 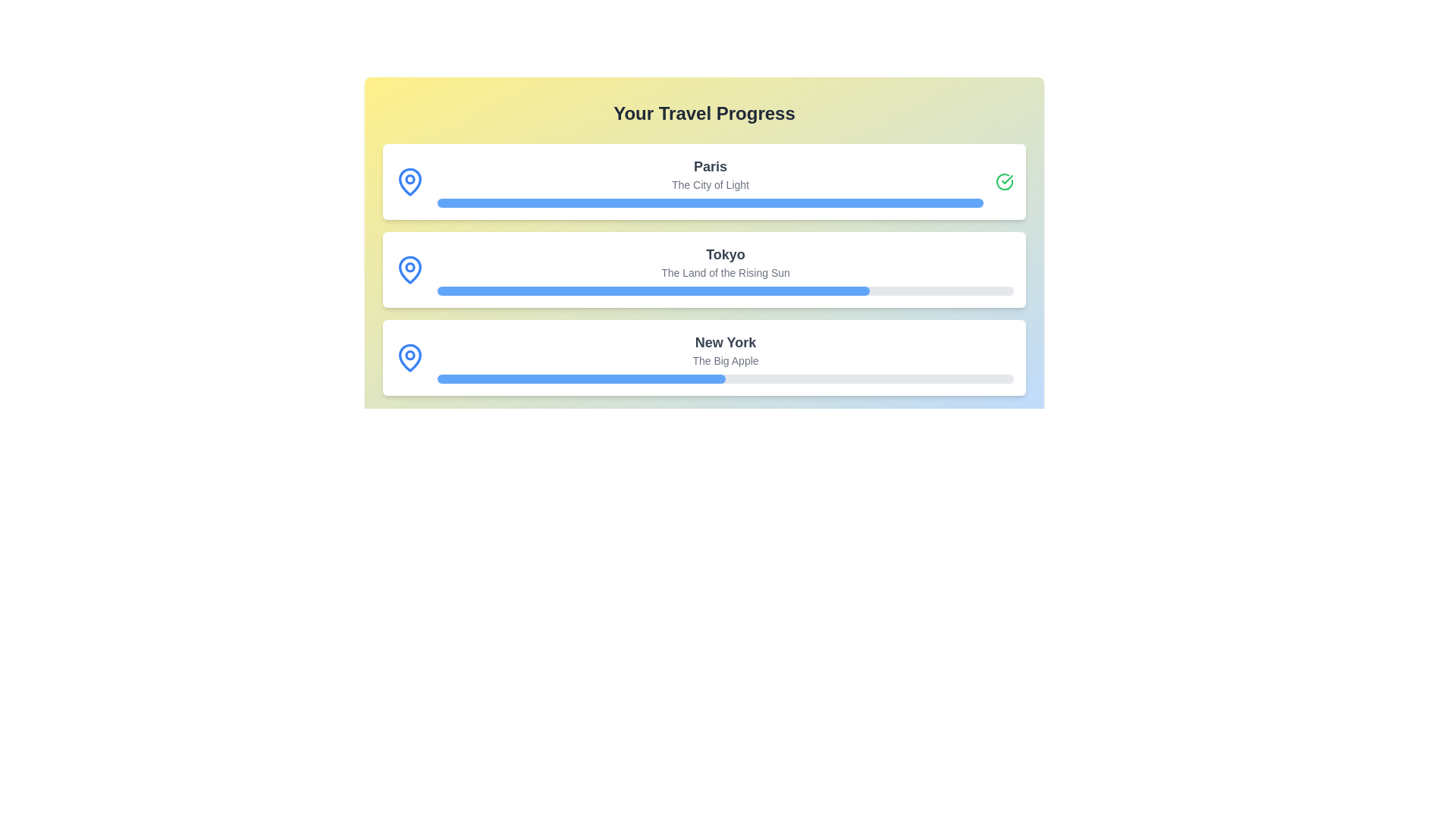 What do you see at coordinates (581, 378) in the screenshot?
I see `the progress indicator representing the current task status for 'New York' in the travel progress interface` at bounding box center [581, 378].